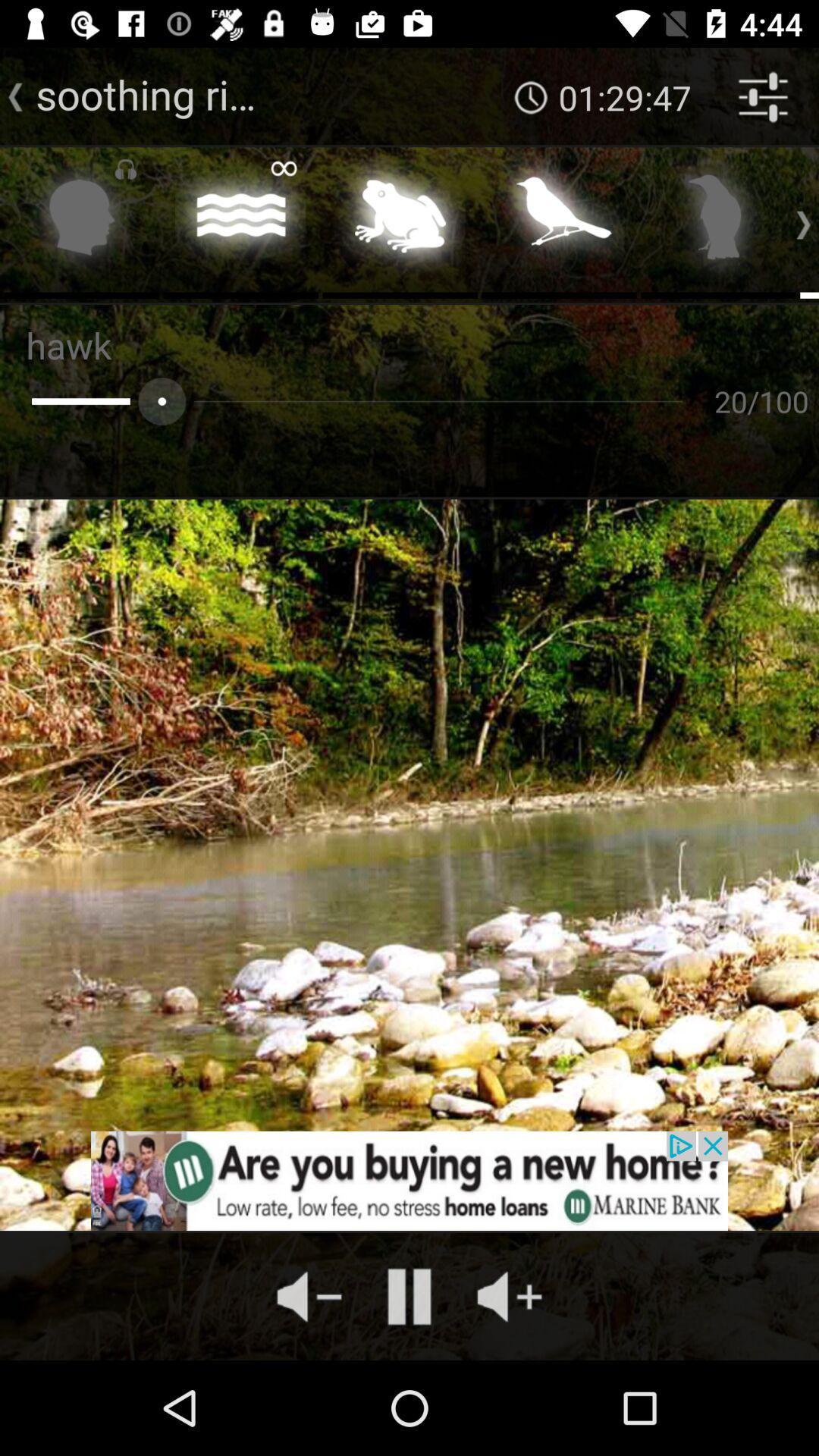  Describe the element at coordinates (240, 221) in the screenshot. I see `water sounds` at that location.